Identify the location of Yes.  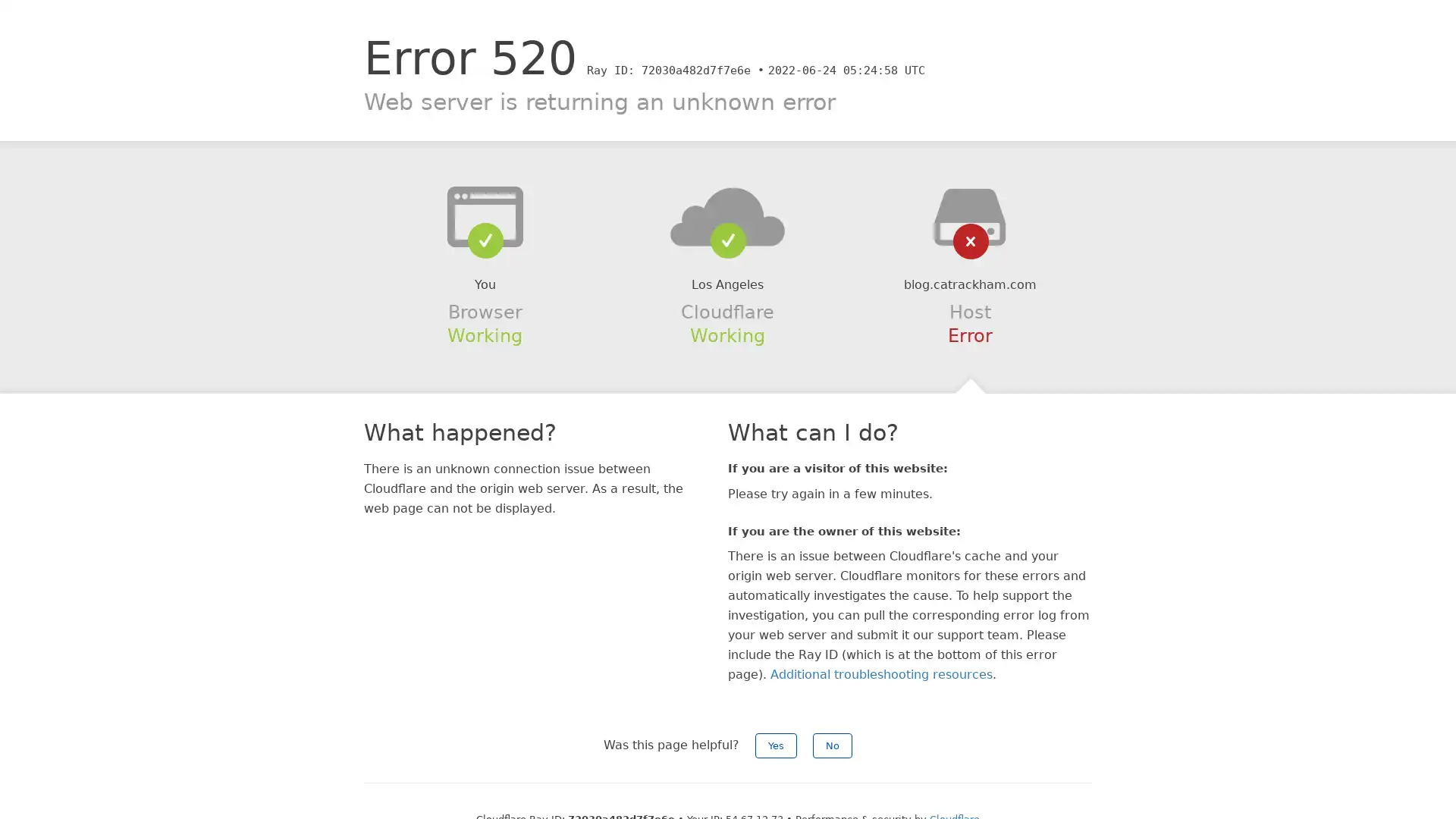
(776, 745).